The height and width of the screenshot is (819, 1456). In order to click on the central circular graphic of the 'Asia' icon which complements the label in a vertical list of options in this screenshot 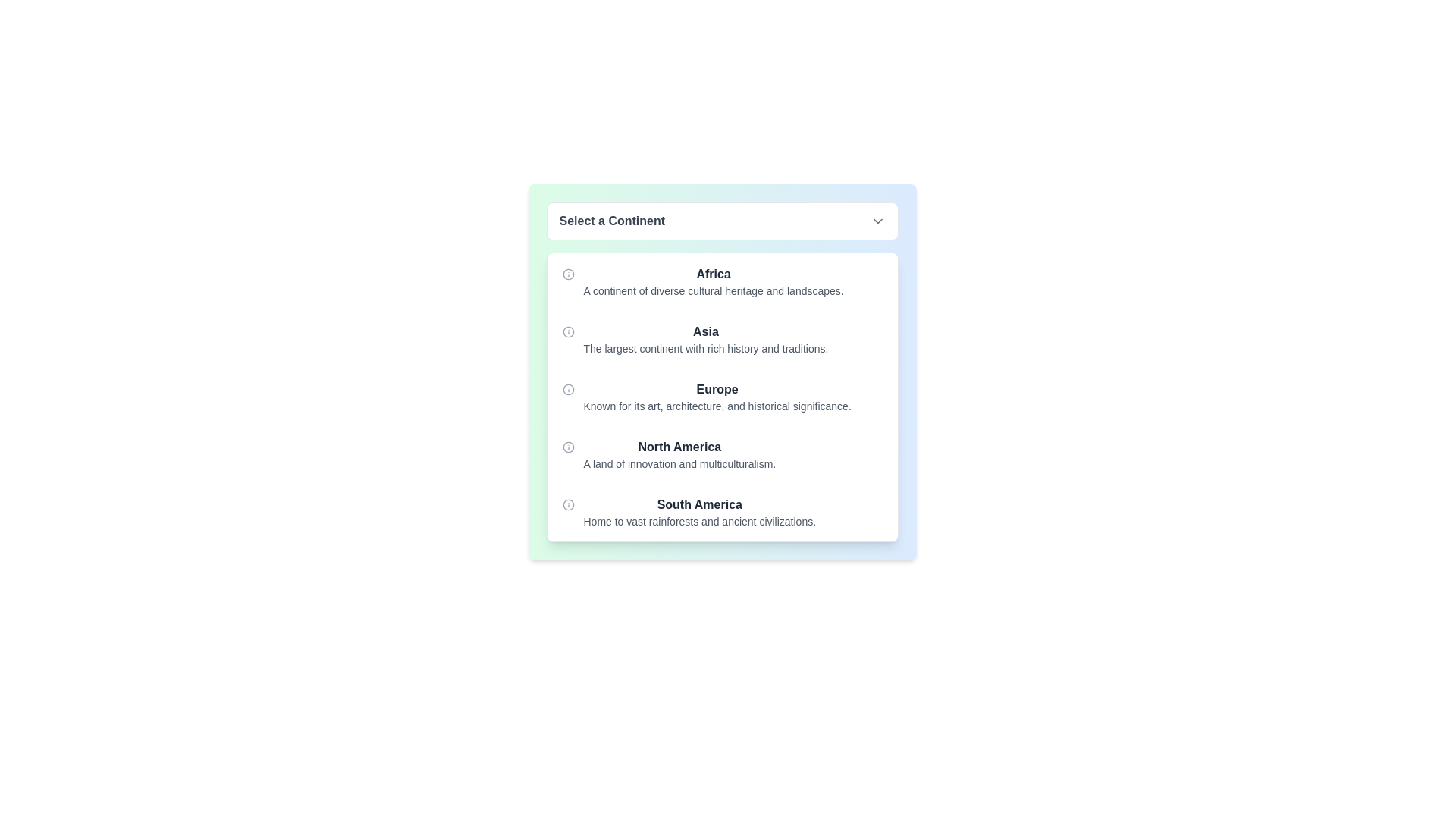, I will do `click(567, 331)`.